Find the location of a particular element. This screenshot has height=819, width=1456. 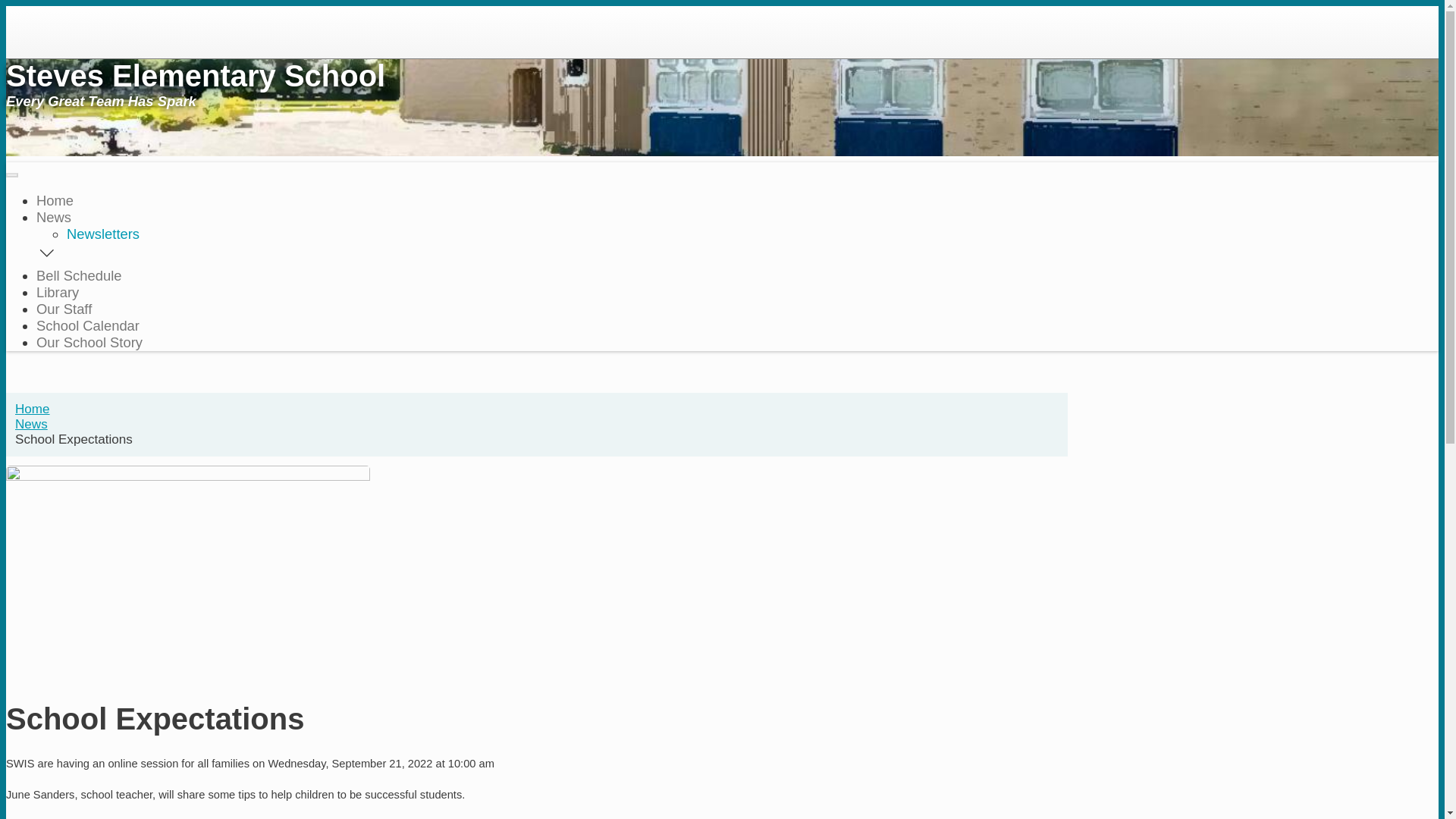

'Library' is located at coordinates (58, 292).